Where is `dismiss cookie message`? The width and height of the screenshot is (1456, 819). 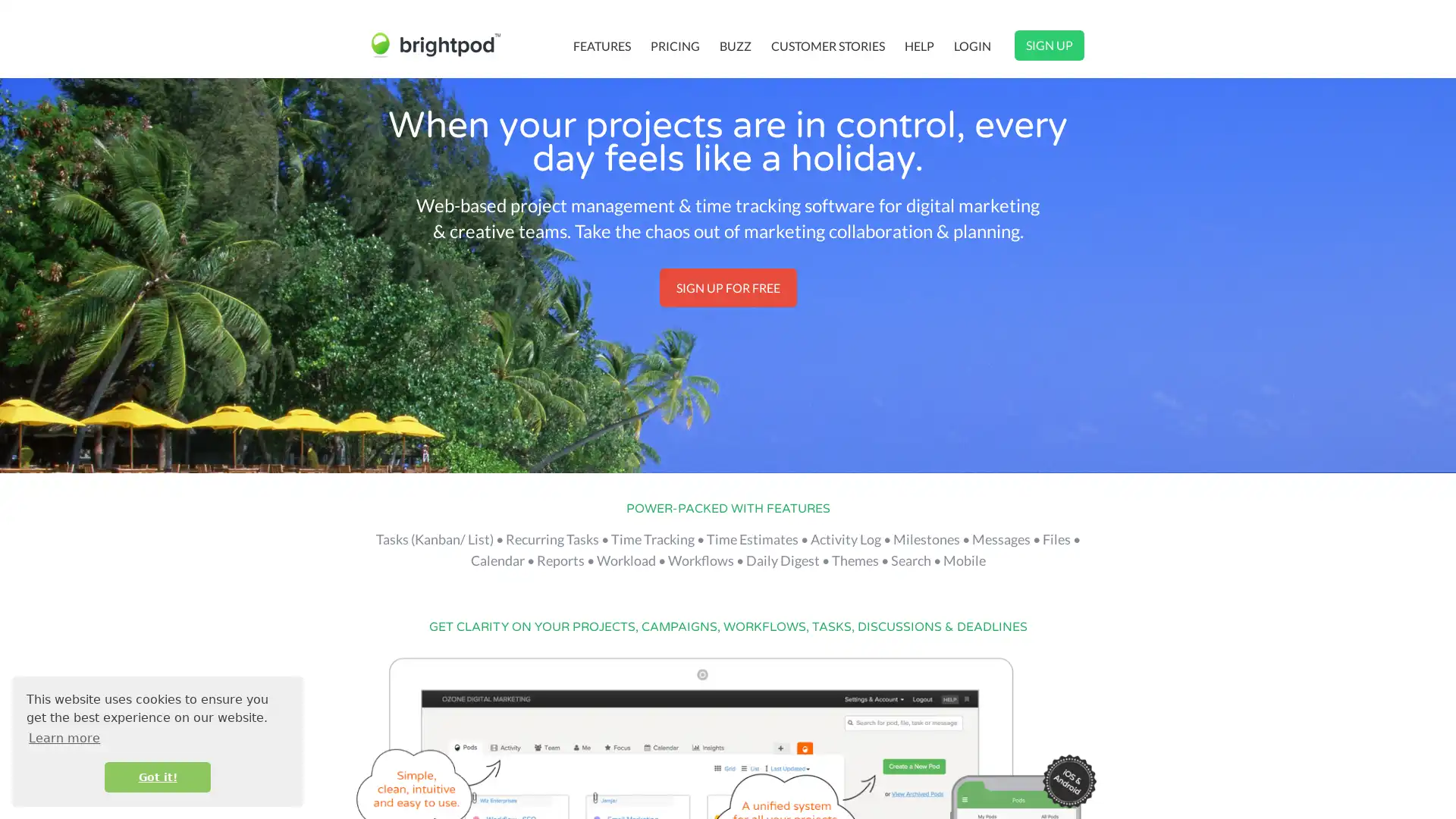
dismiss cookie message is located at coordinates (157, 777).